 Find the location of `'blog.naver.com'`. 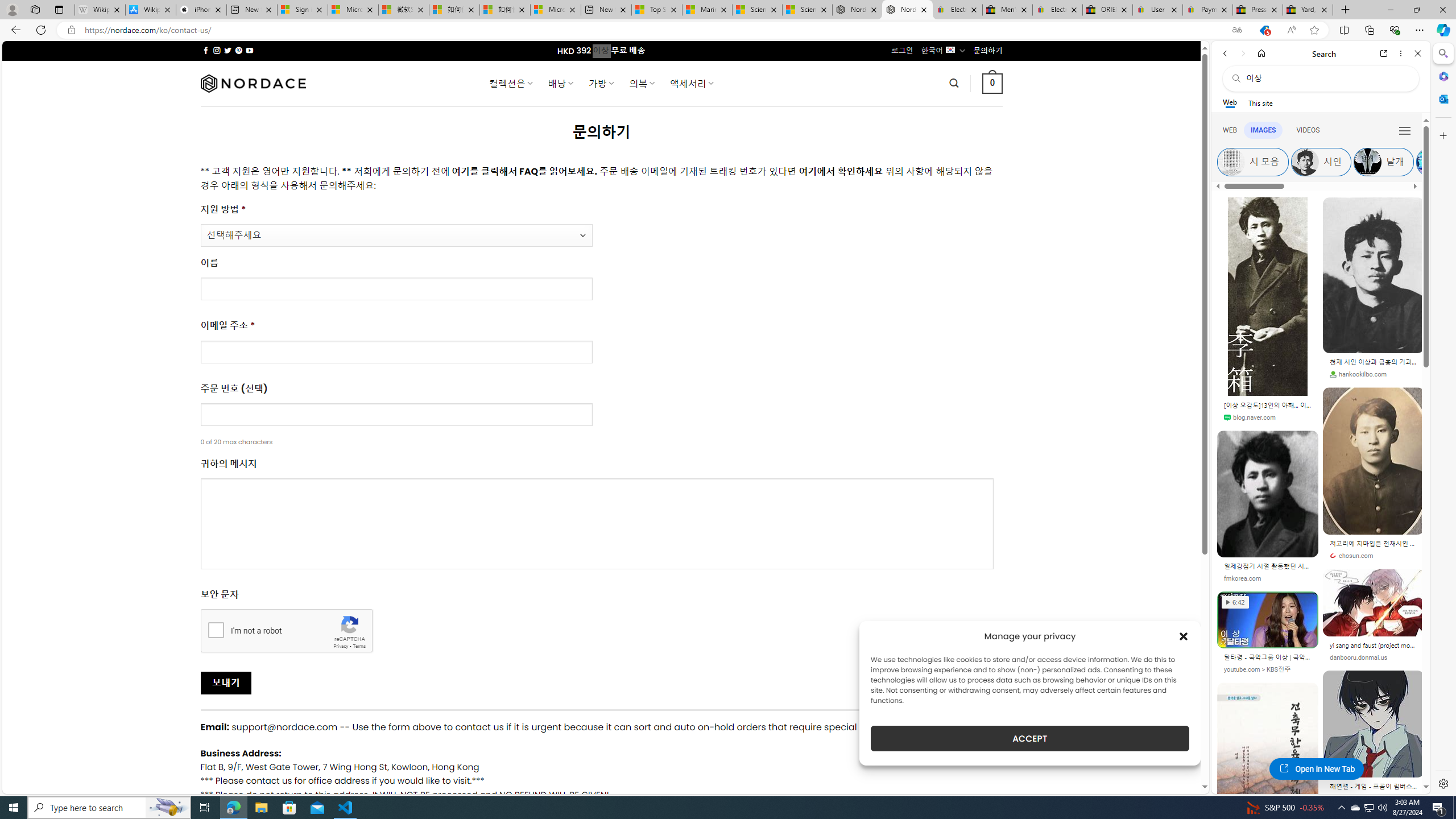

'blog.naver.com' is located at coordinates (1250, 418).